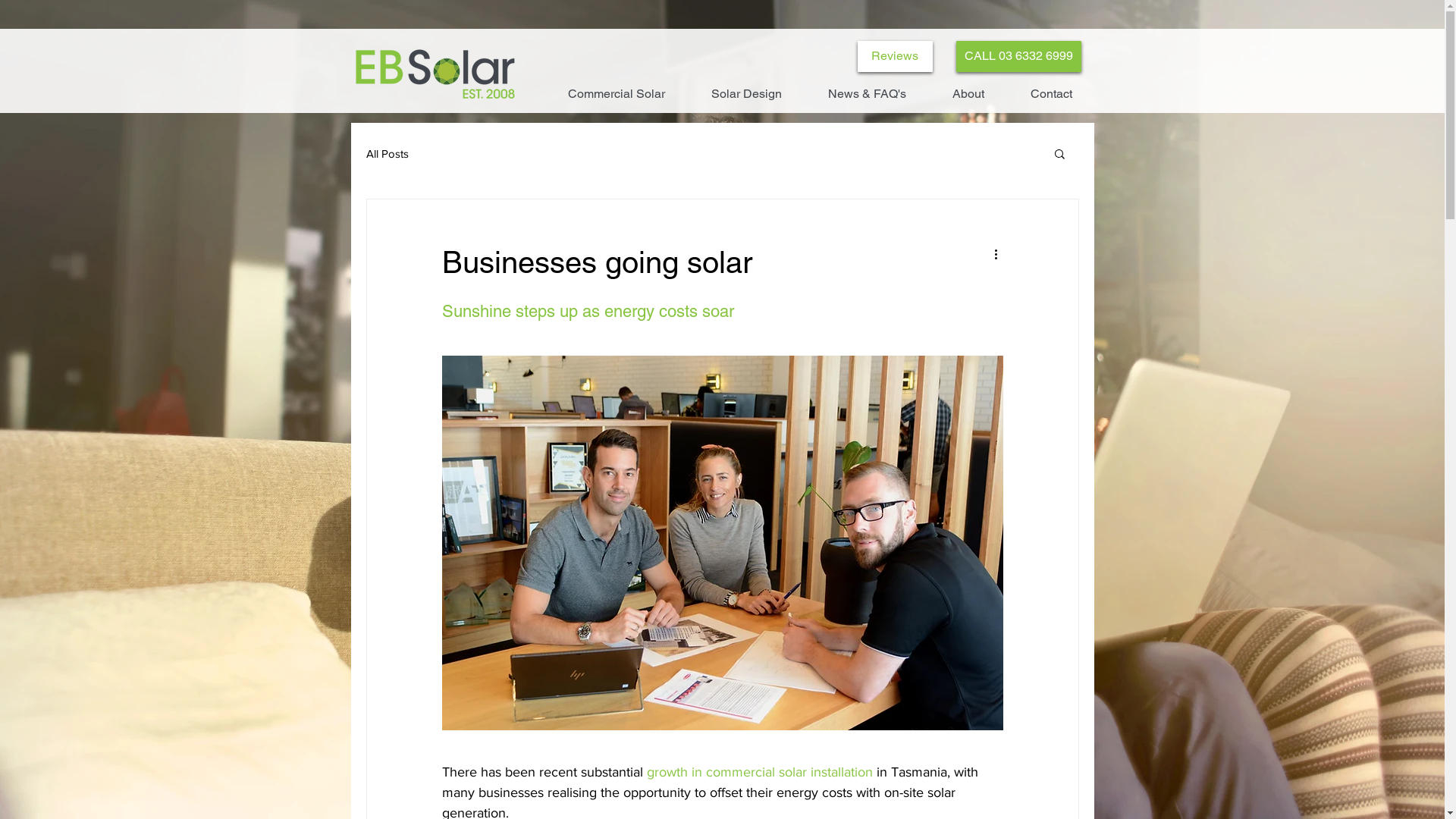  I want to click on 'Commercial Solar', so click(616, 93).